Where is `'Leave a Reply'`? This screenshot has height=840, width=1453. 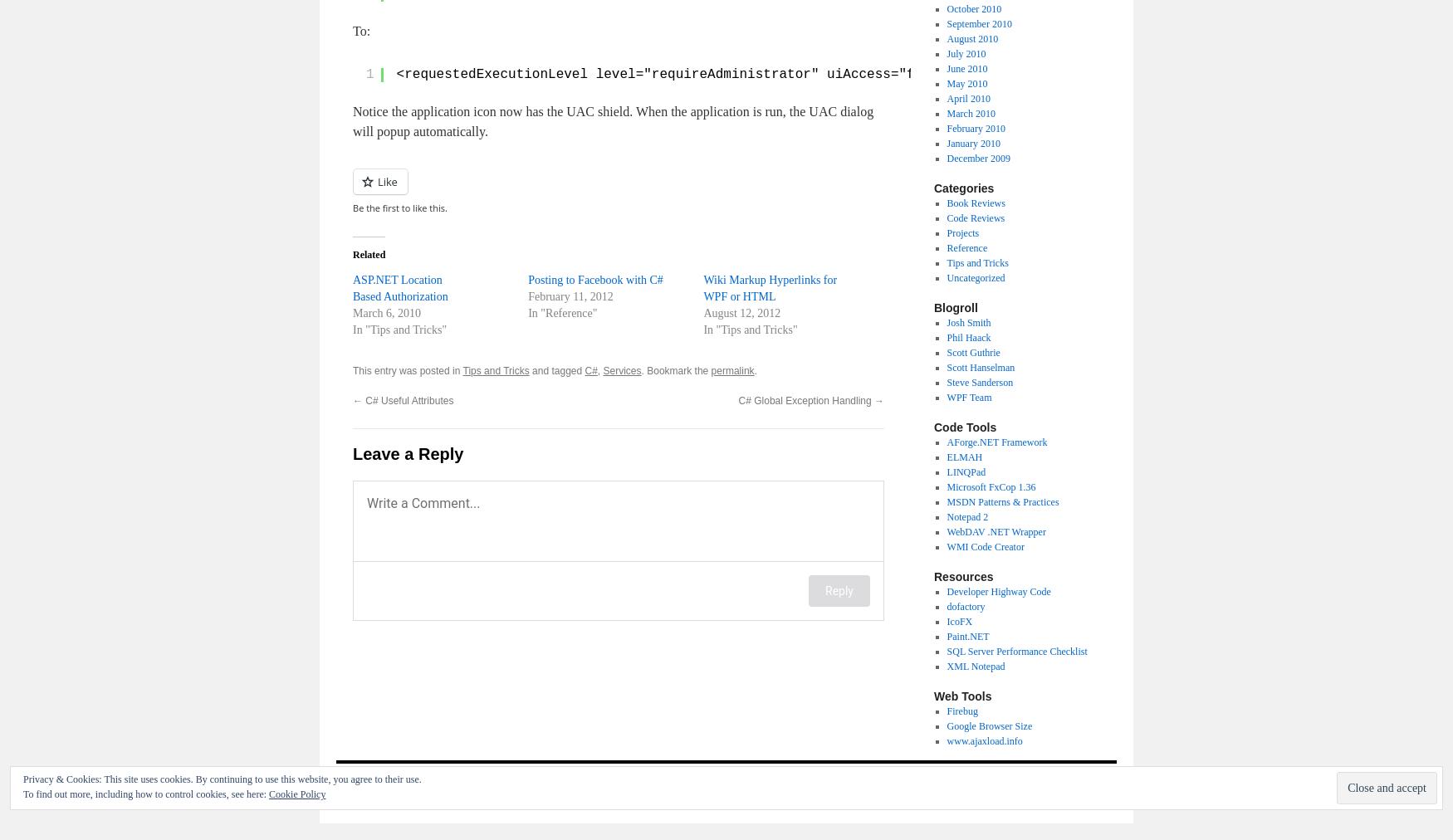
'Leave a Reply' is located at coordinates (352, 452).